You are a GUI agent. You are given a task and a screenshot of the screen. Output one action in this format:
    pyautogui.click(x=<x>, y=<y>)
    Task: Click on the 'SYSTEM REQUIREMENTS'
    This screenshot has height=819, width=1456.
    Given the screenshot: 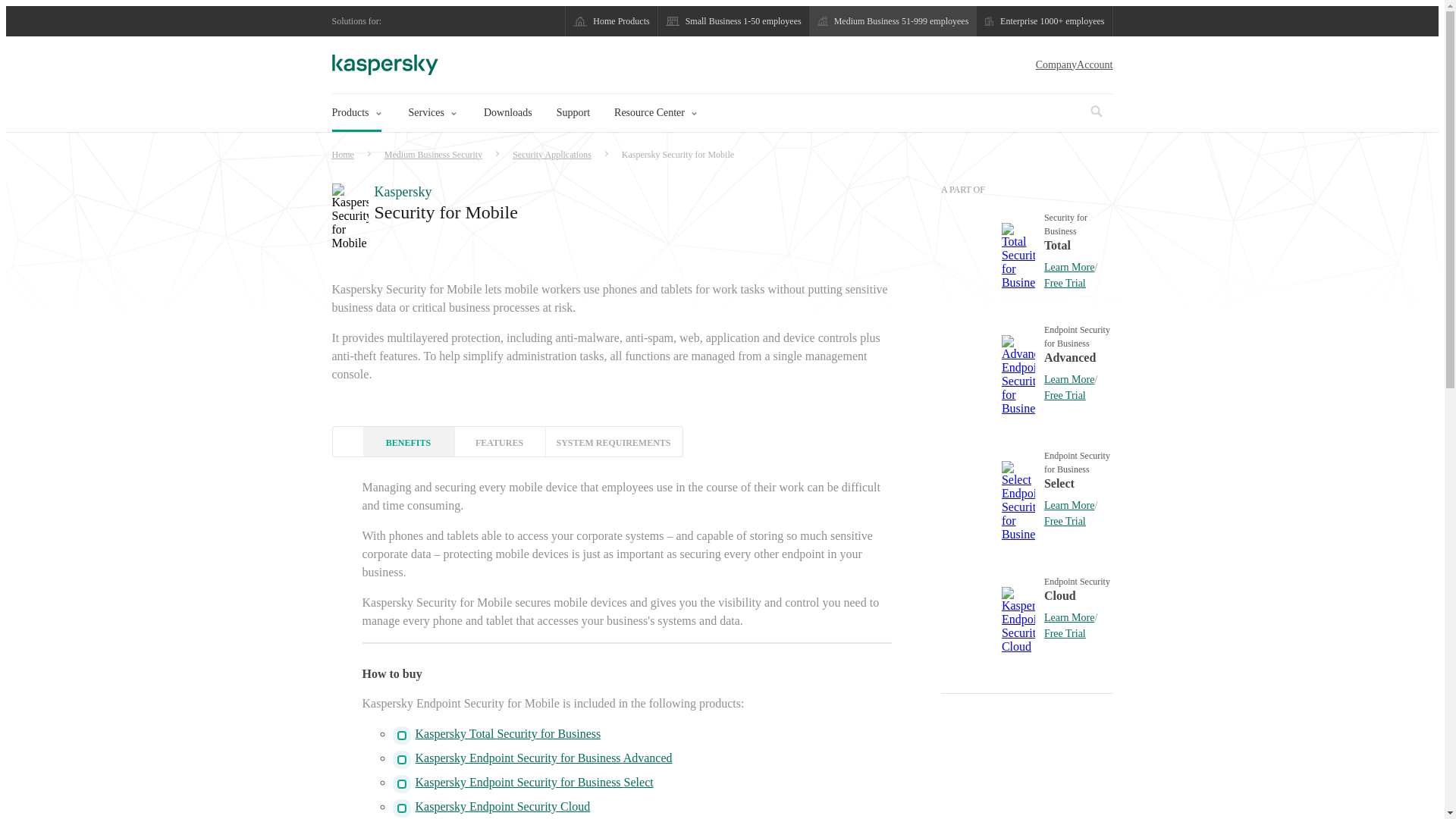 What is the action you would take?
    pyautogui.click(x=613, y=441)
    